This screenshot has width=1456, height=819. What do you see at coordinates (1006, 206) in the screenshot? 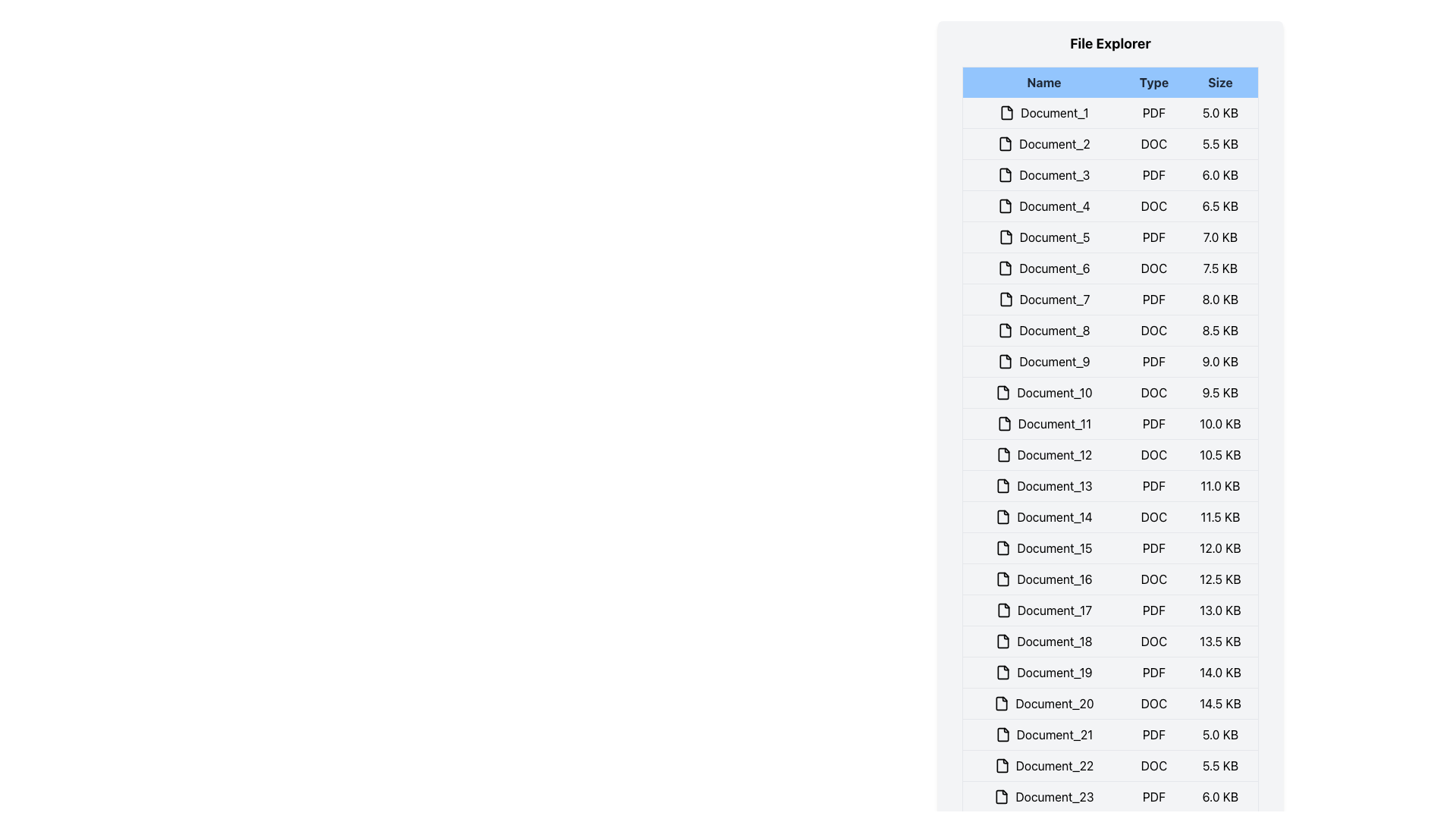
I see `the file icon representing 'Document_4', which is styled with a minimalist design and outlined in black, located to the left of the text in the file explorer interface` at bounding box center [1006, 206].